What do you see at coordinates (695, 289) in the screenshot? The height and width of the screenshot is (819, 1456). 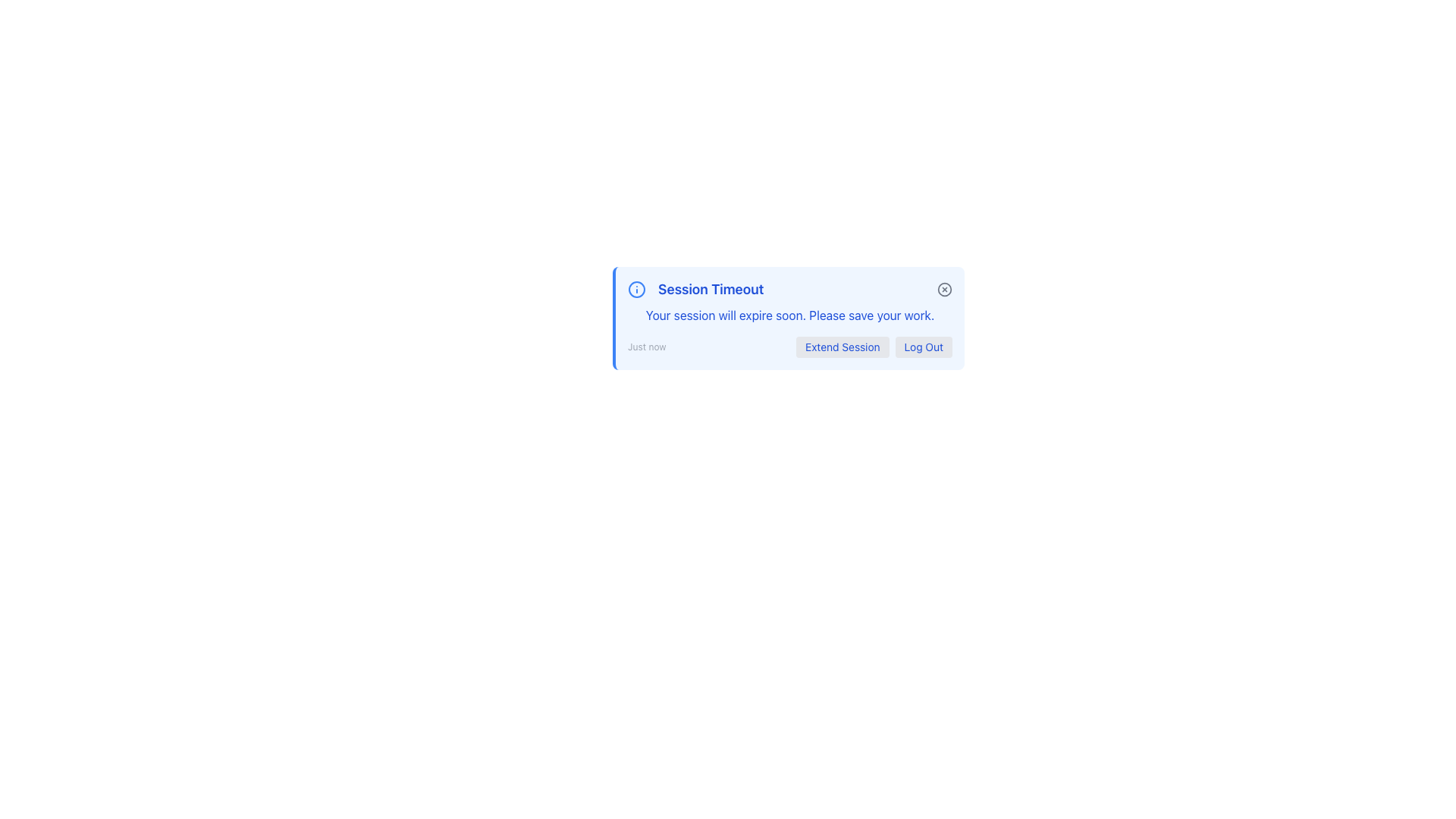 I see `the session timeout warning label, which consists of an icon and accompanying text, located at the top-left of the notification bar` at bounding box center [695, 289].